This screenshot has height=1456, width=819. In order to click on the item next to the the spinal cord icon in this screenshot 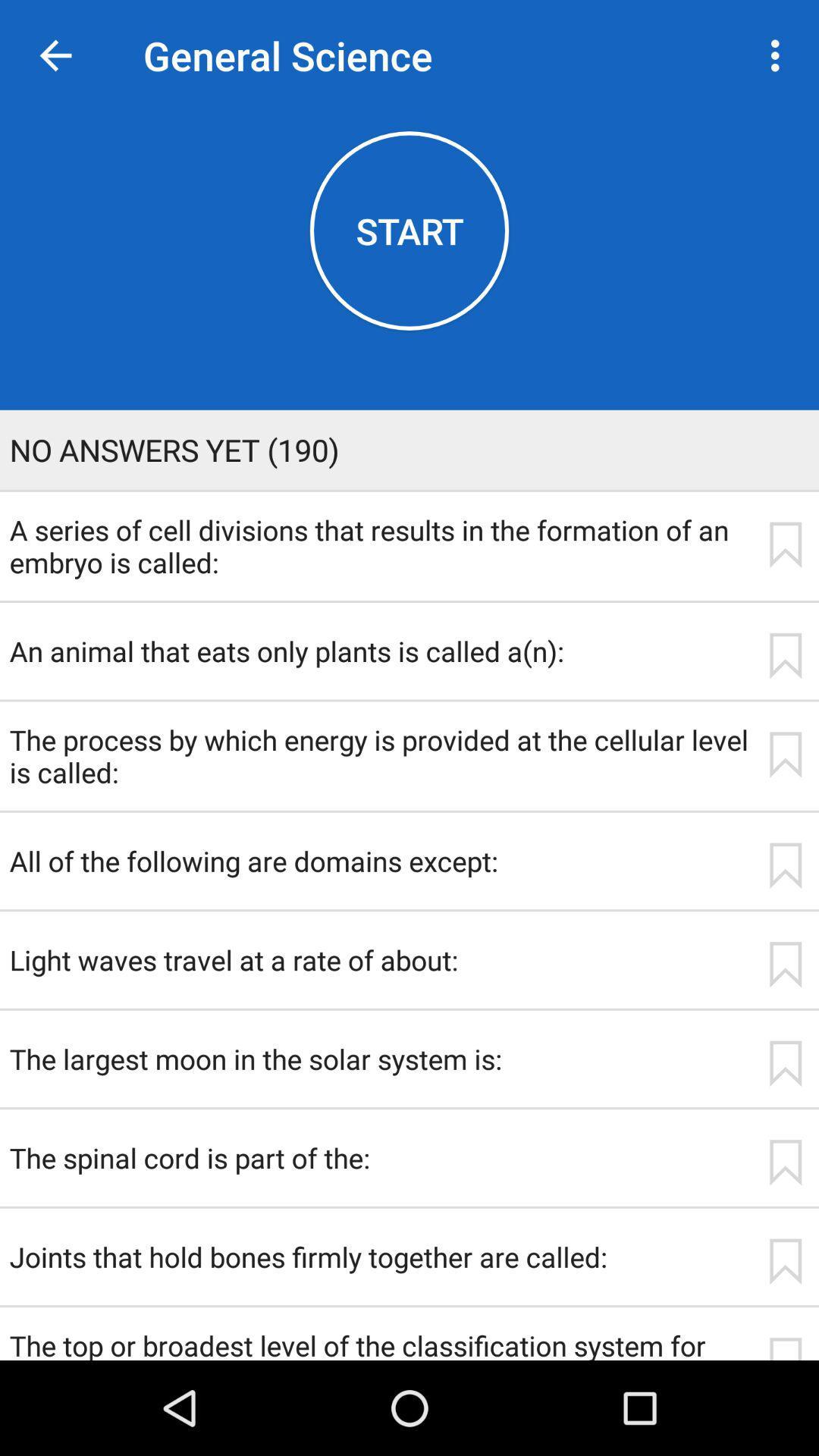, I will do `click(785, 1162)`.